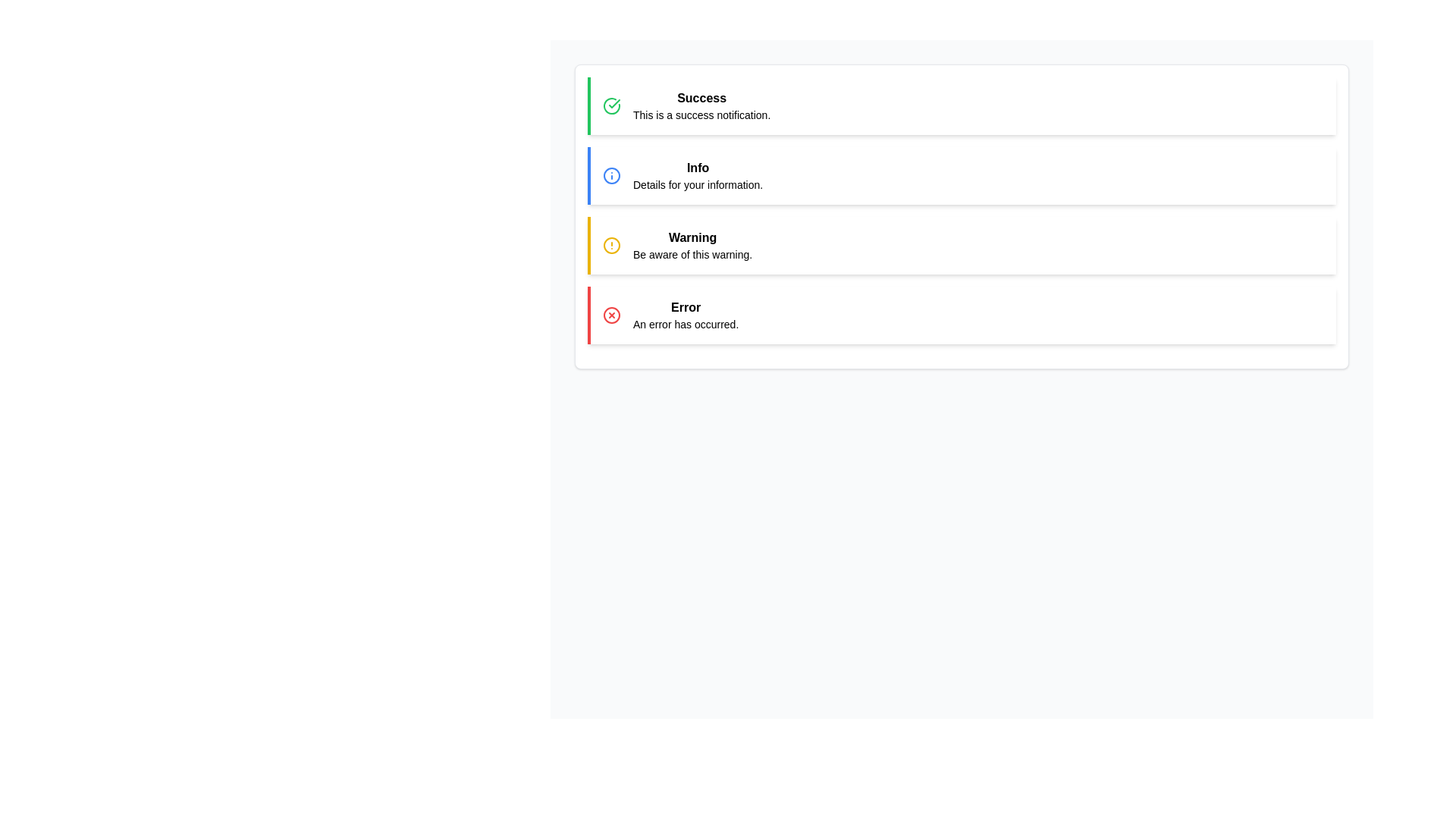 This screenshot has width=1456, height=819. What do you see at coordinates (692, 253) in the screenshot?
I see `the text label displaying 'Be aware of this warning.' positioned below the 'Warning' text in the notification list` at bounding box center [692, 253].